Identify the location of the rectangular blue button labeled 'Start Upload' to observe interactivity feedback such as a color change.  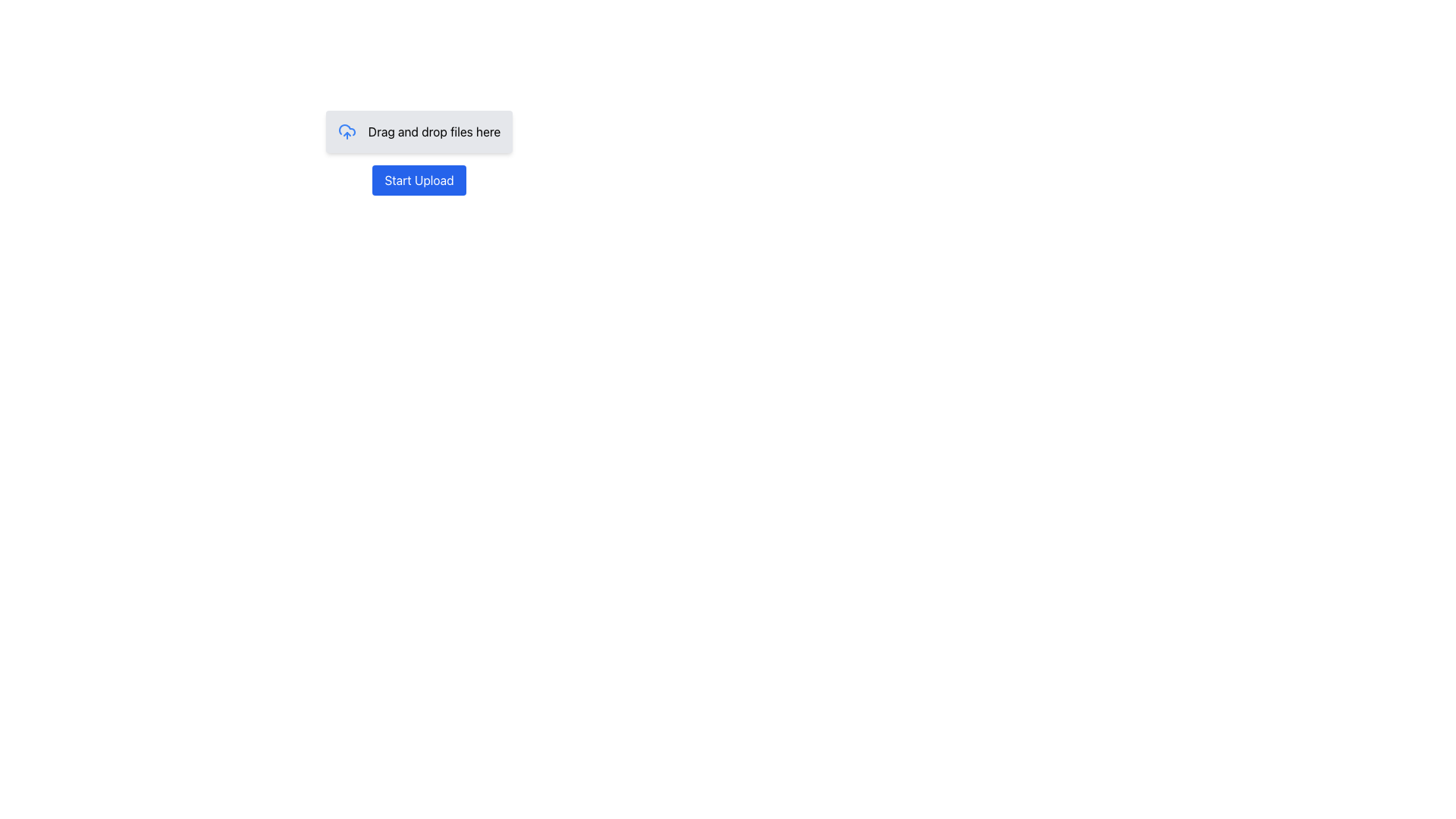
(419, 180).